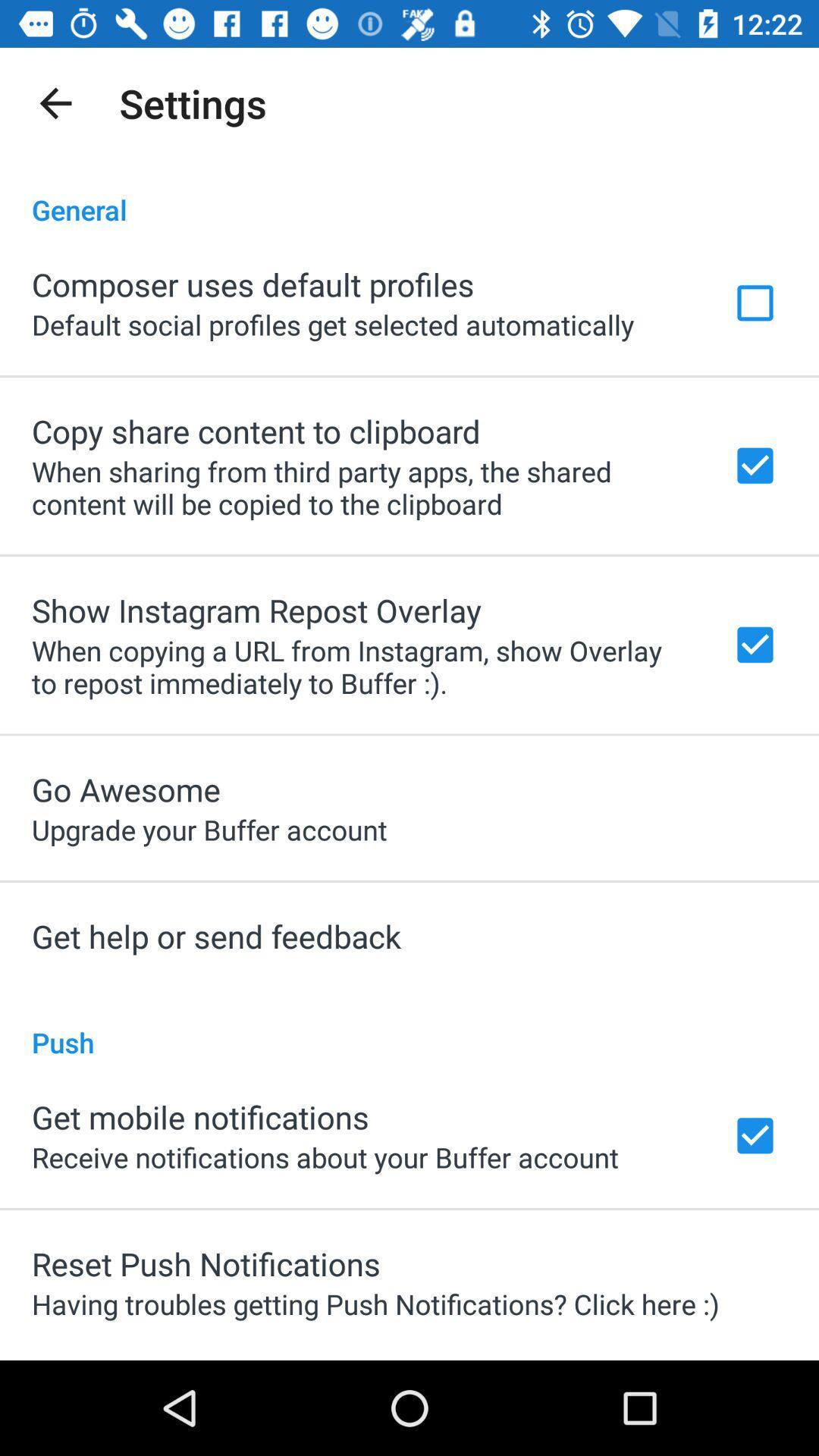  What do you see at coordinates (375, 1303) in the screenshot?
I see `item below the reset push notifications app` at bounding box center [375, 1303].